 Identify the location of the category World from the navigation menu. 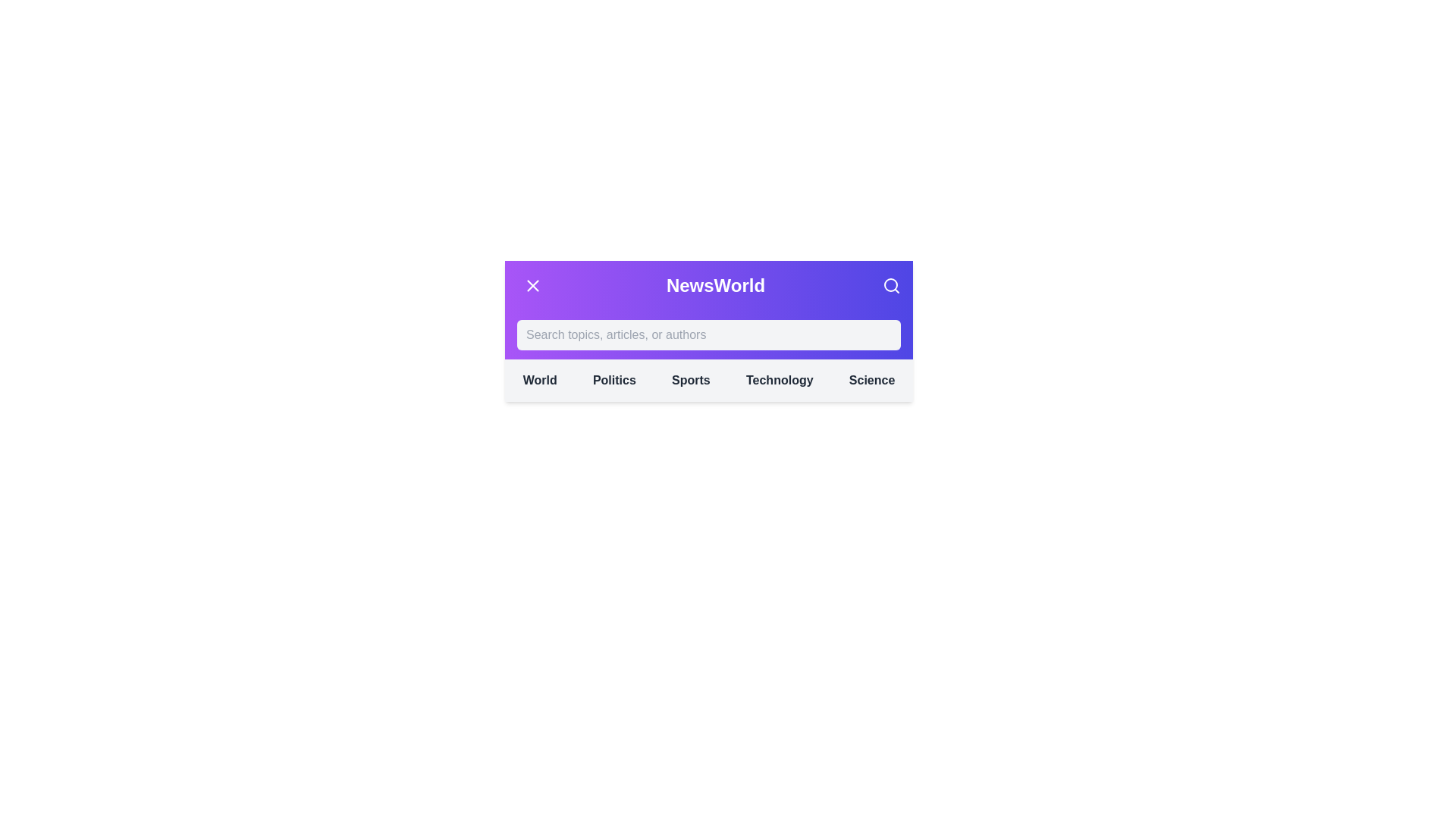
(539, 379).